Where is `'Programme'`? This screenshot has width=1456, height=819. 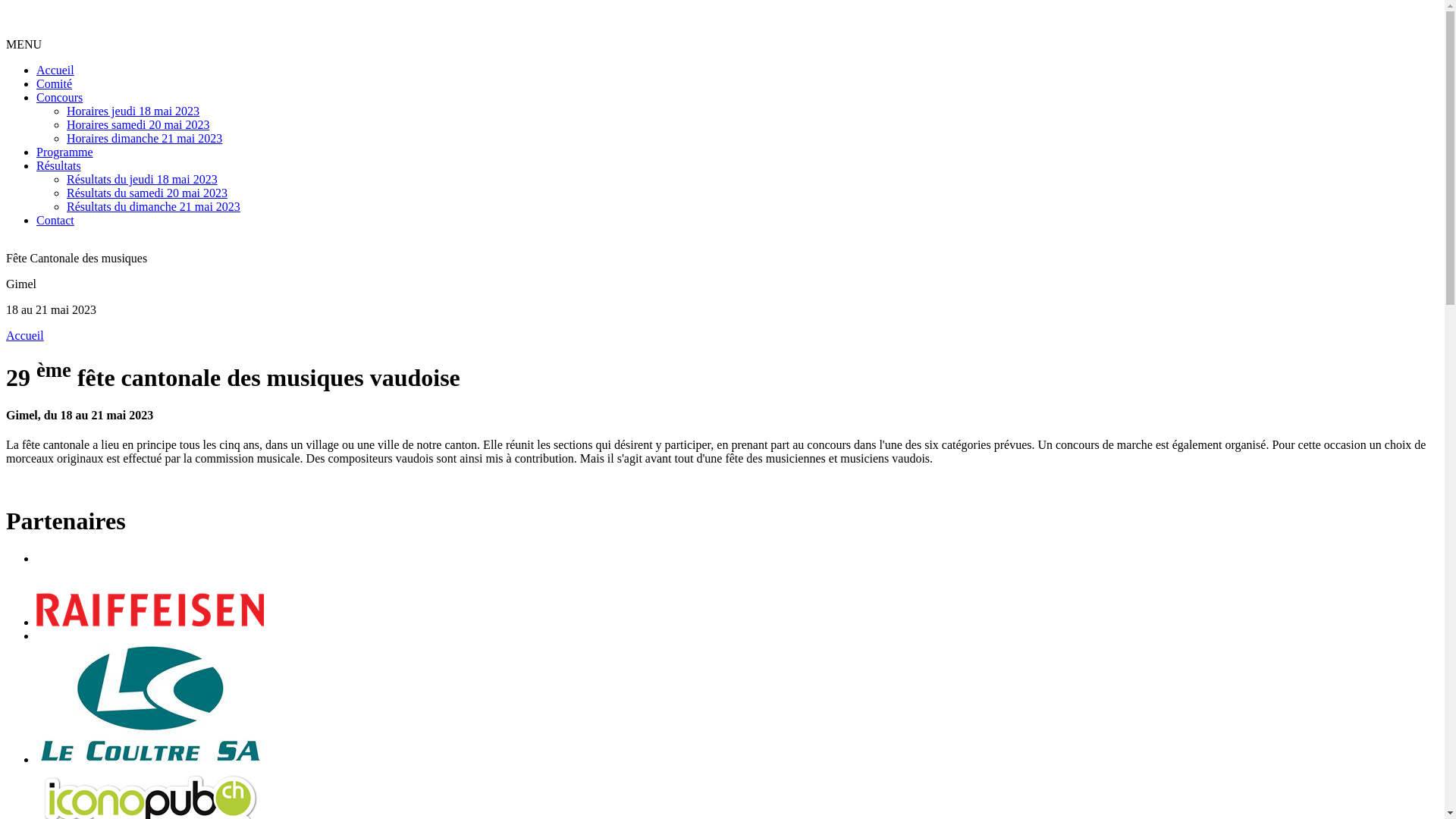 'Programme' is located at coordinates (64, 152).